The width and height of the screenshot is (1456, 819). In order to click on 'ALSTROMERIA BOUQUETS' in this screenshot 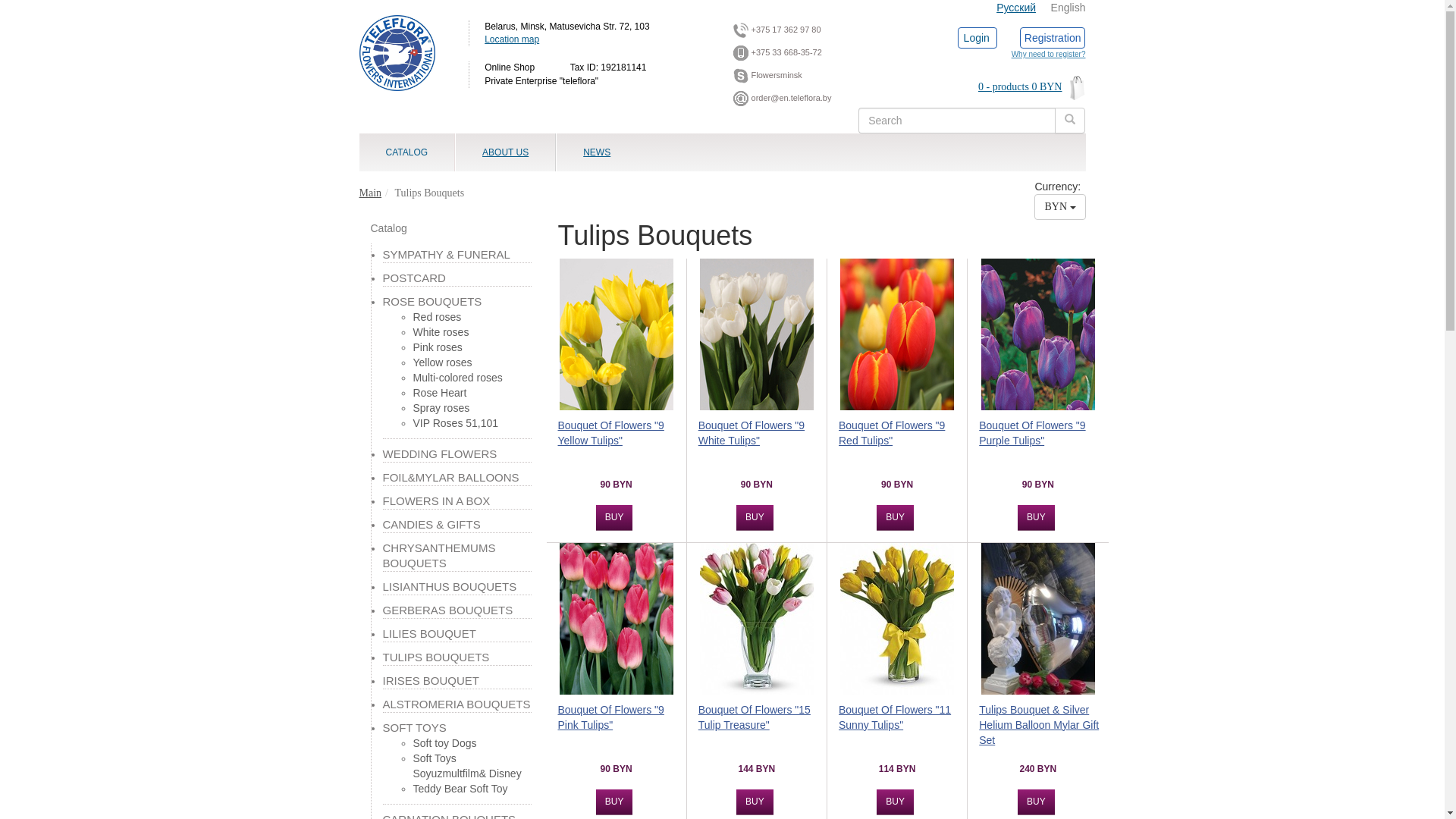, I will do `click(455, 704)`.